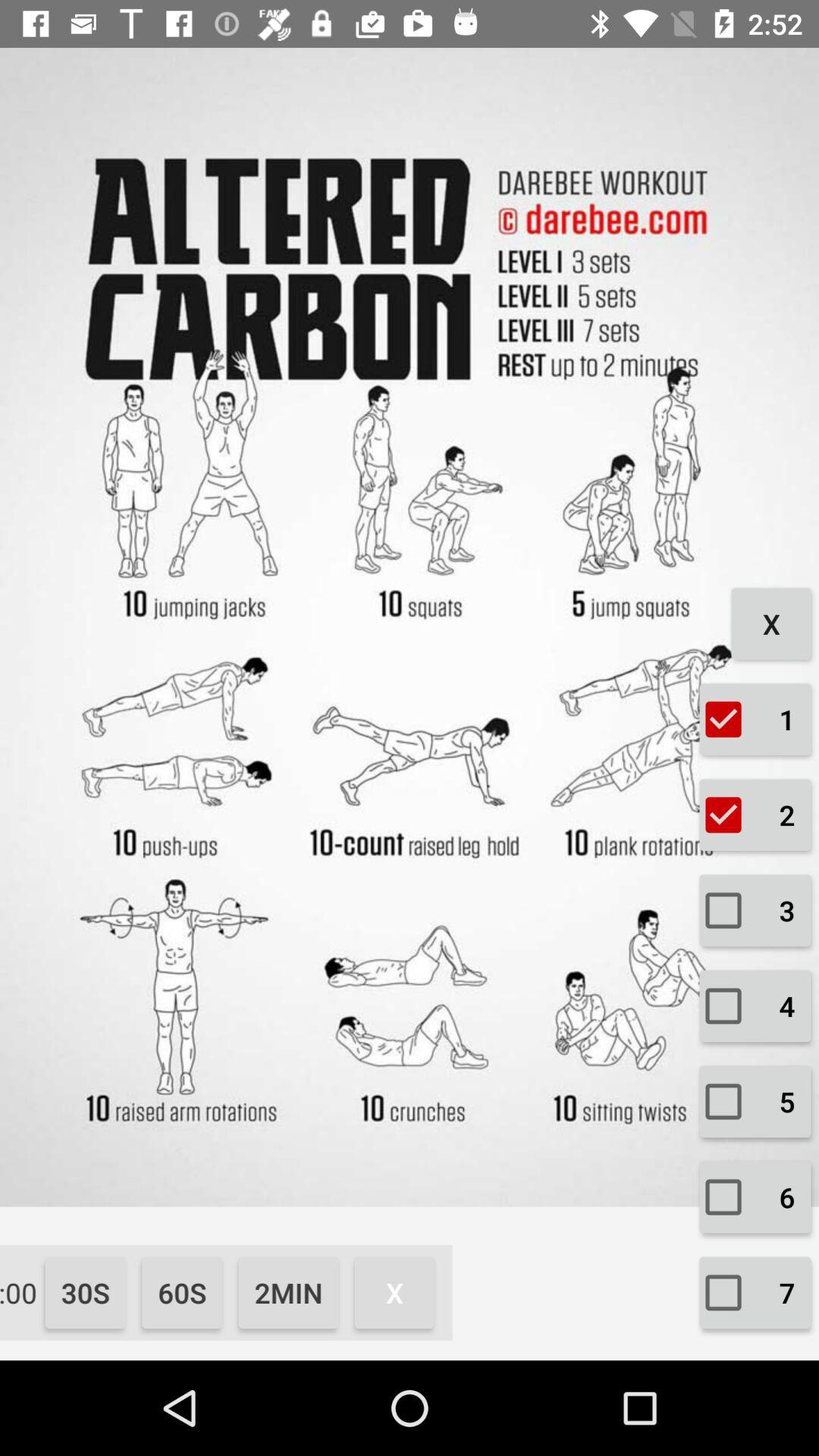  I want to click on the check box below text x, so click(755, 719).